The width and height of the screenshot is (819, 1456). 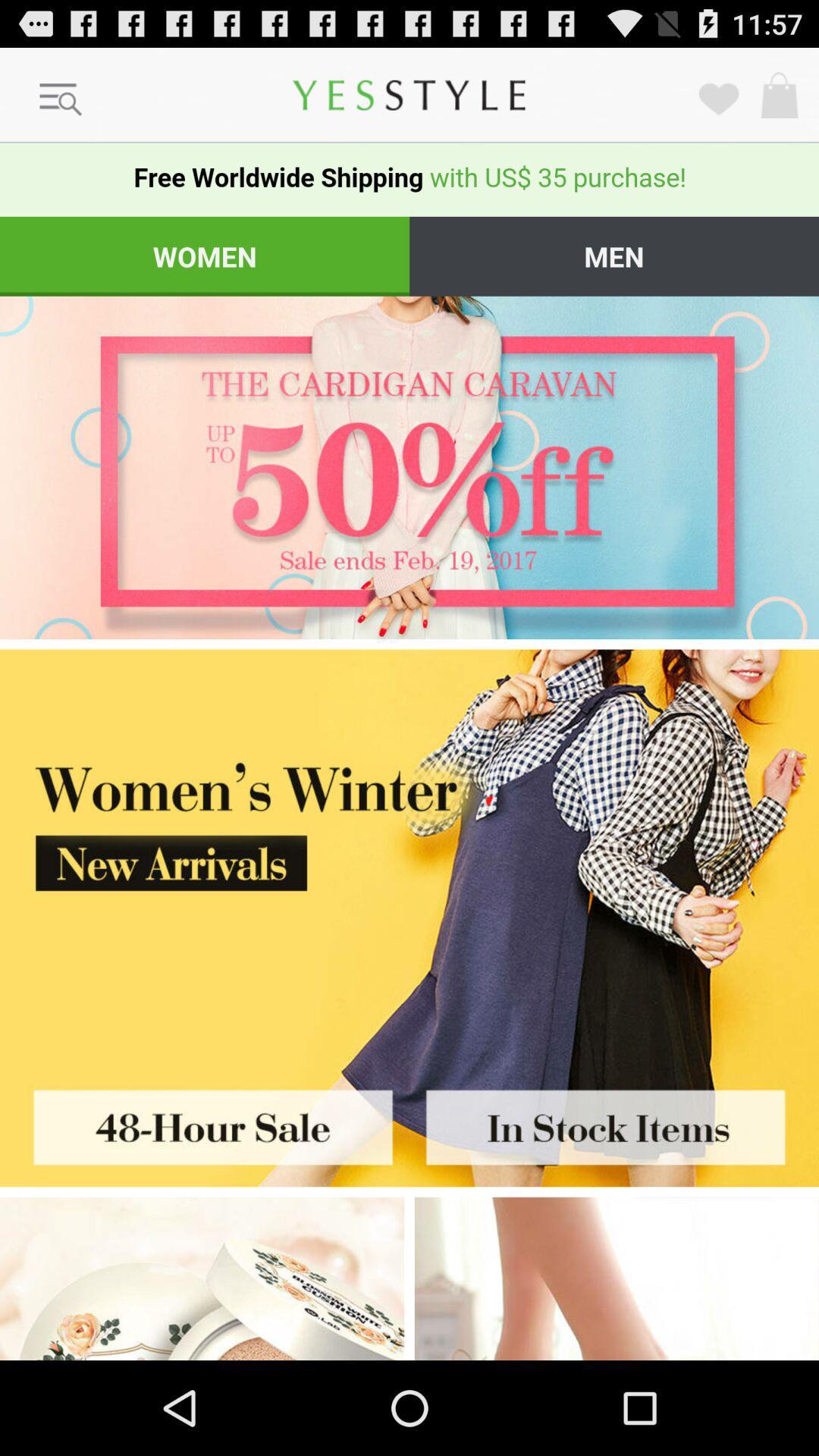 I want to click on advertisement page, so click(x=409, y=466).